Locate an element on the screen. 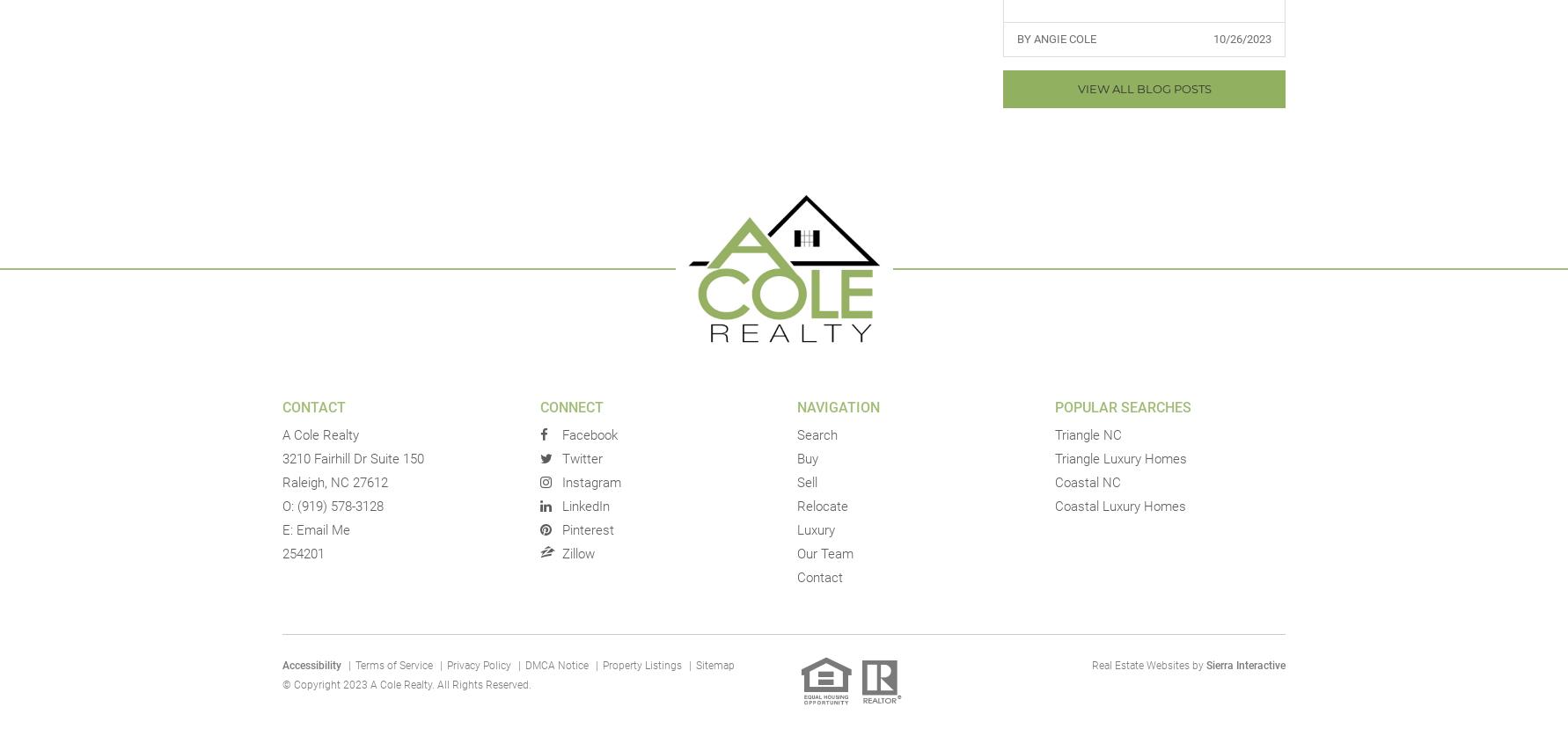  'Real Estate Websites by' is located at coordinates (1149, 665).